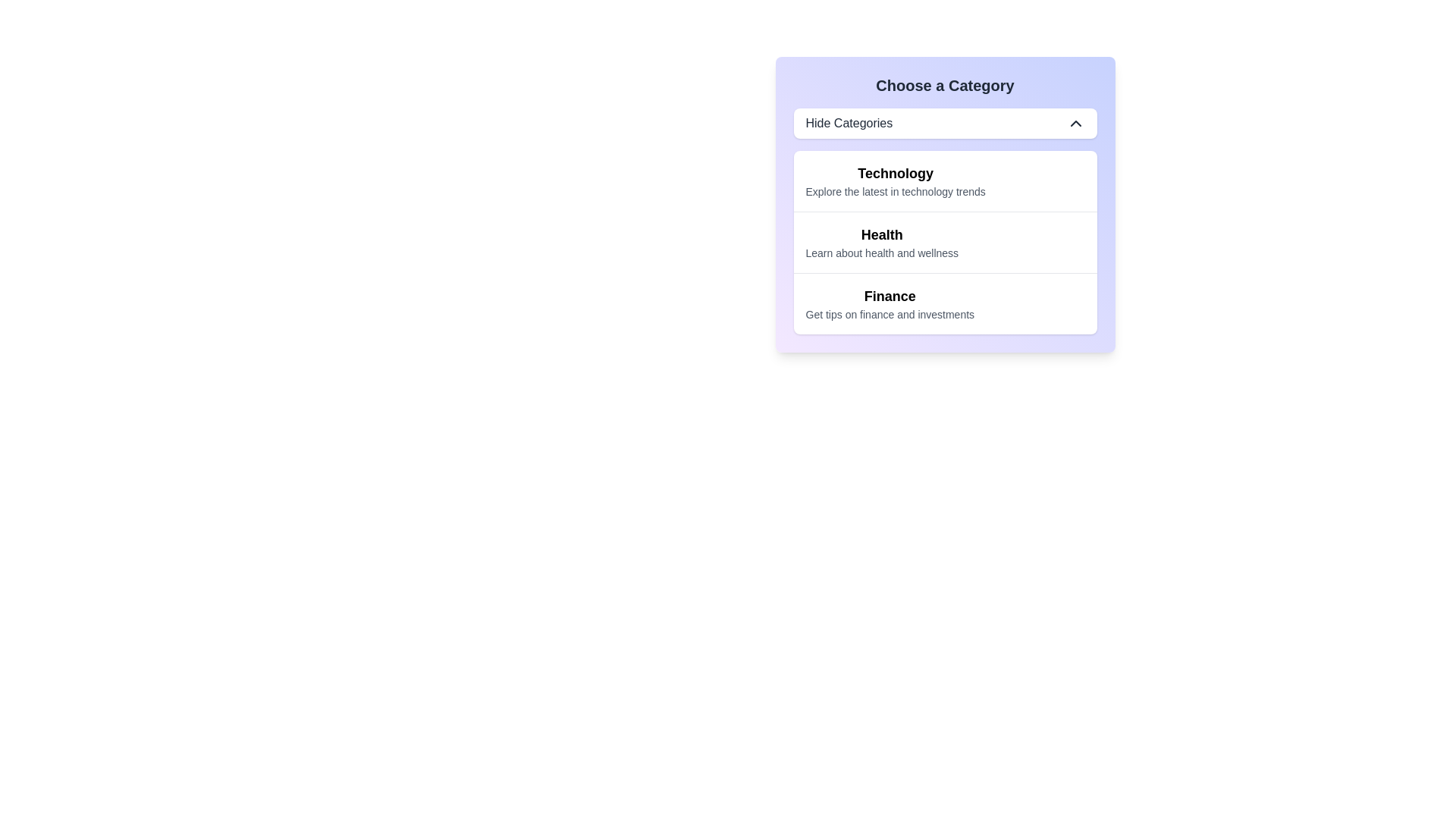 The width and height of the screenshot is (1456, 819). What do you see at coordinates (944, 180) in the screenshot?
I see `the 'Technology' category entry, which is the first item in the list under 'Choose a Category'` at bounding box center [944, 180].